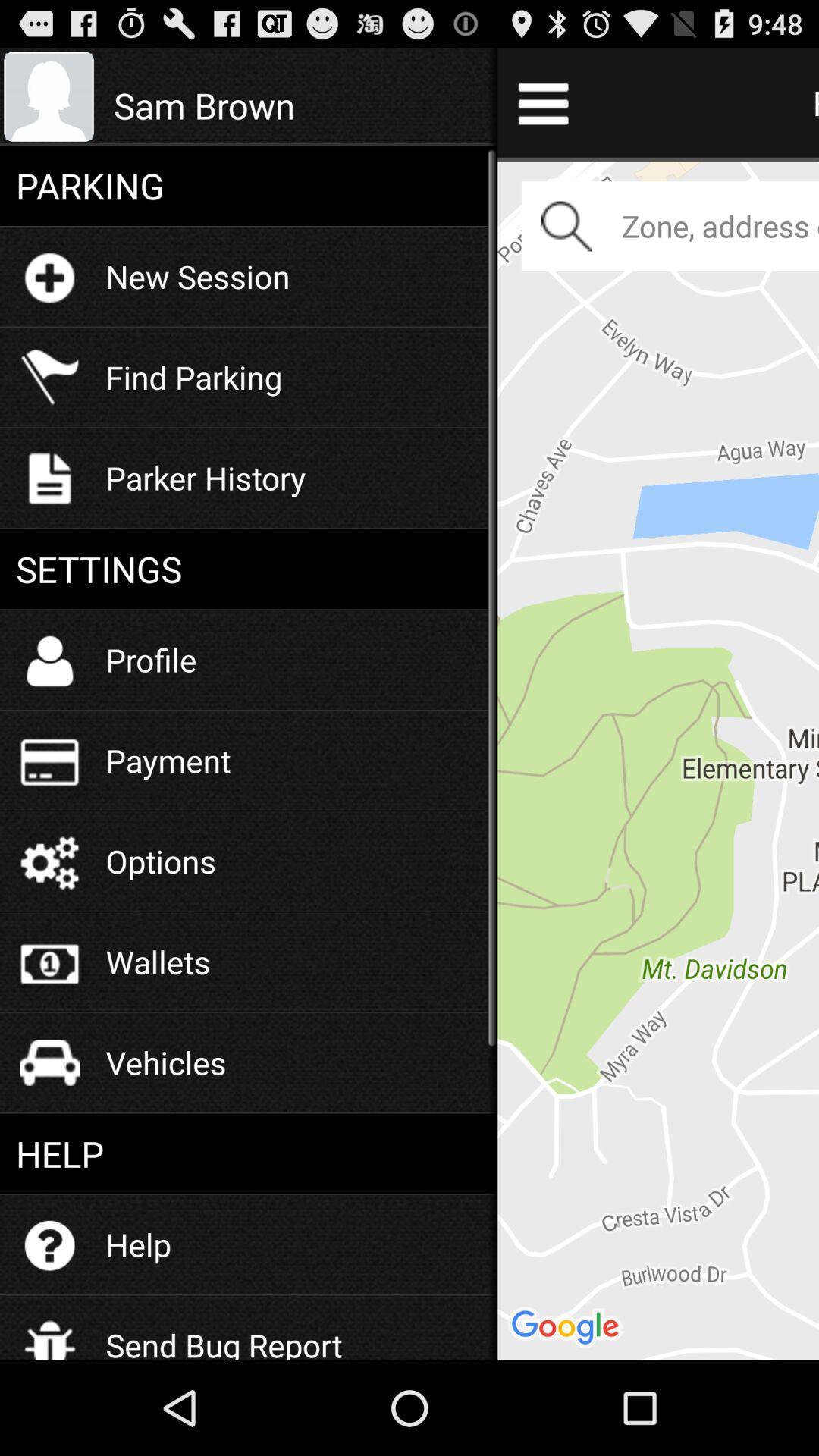  What do you see at coordinates (248, 568) in the screenshot?
I see `settings icon` at bounding box center [248, 568].